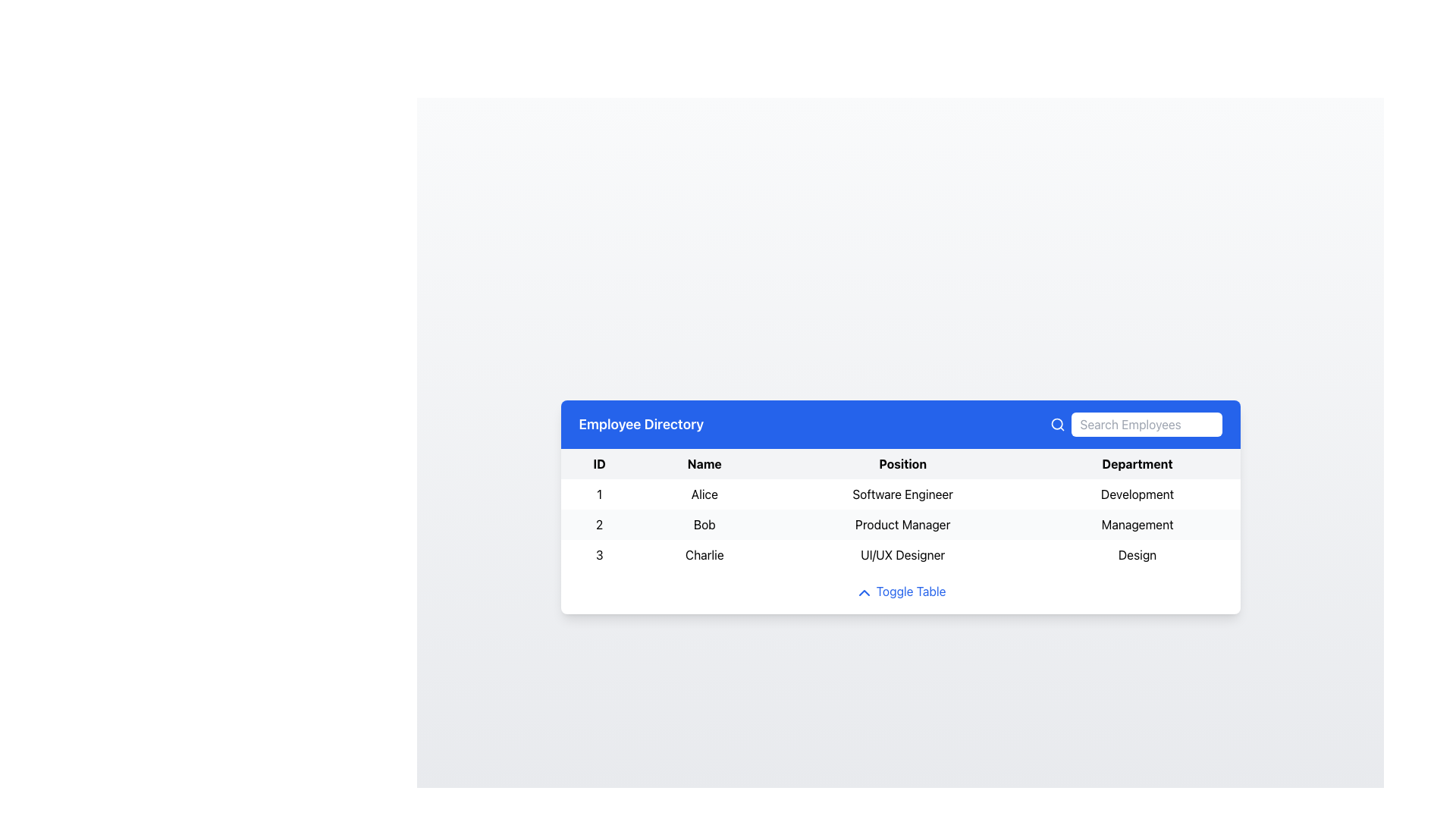 This screenshot has width=1456, height=819. Describe the element at coordinates (900, 507) in the screenshot. I see `a row in the employee directory table` at that location.